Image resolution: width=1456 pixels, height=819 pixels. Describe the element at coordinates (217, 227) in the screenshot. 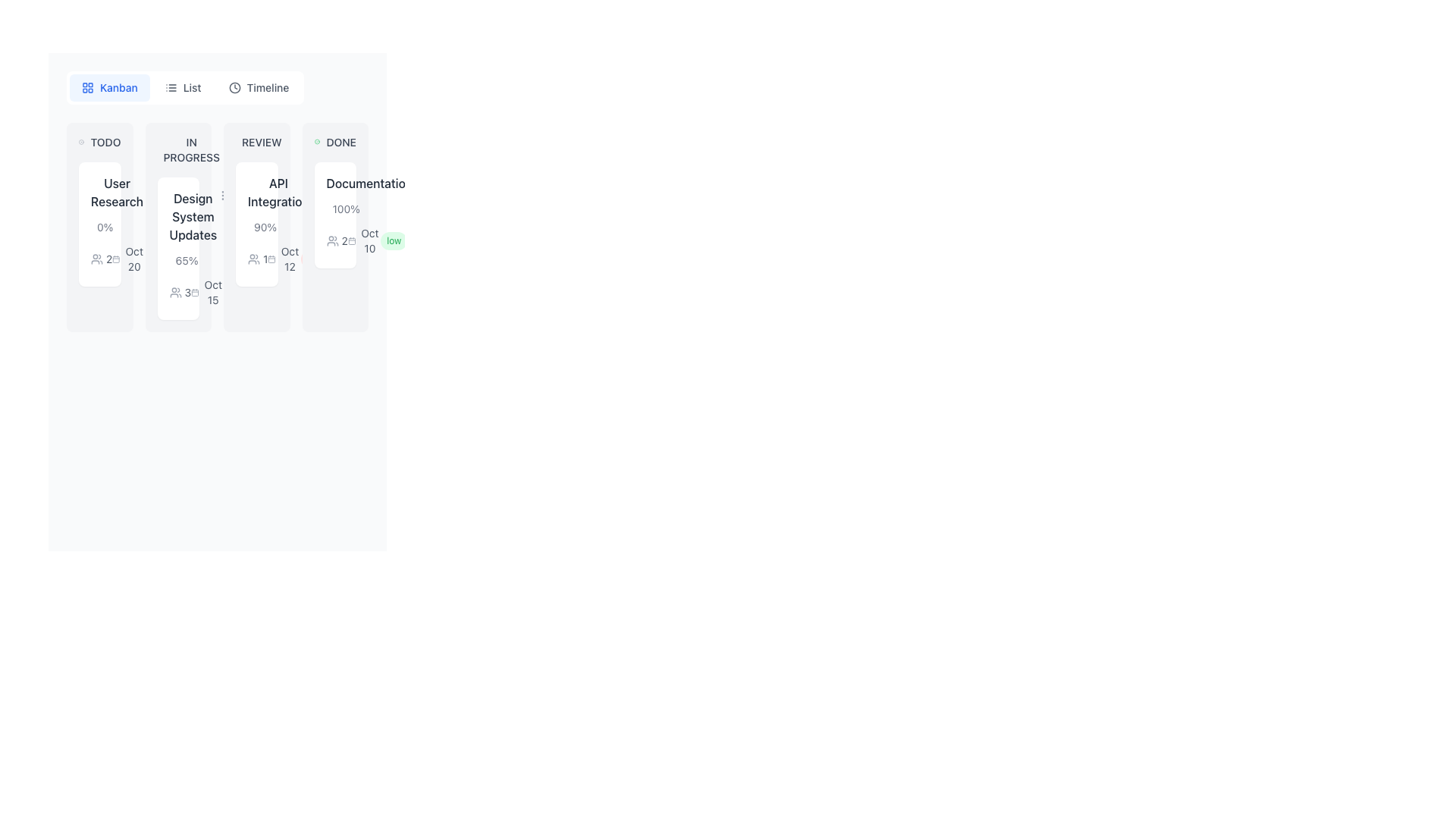

I see `the task card` at that location.